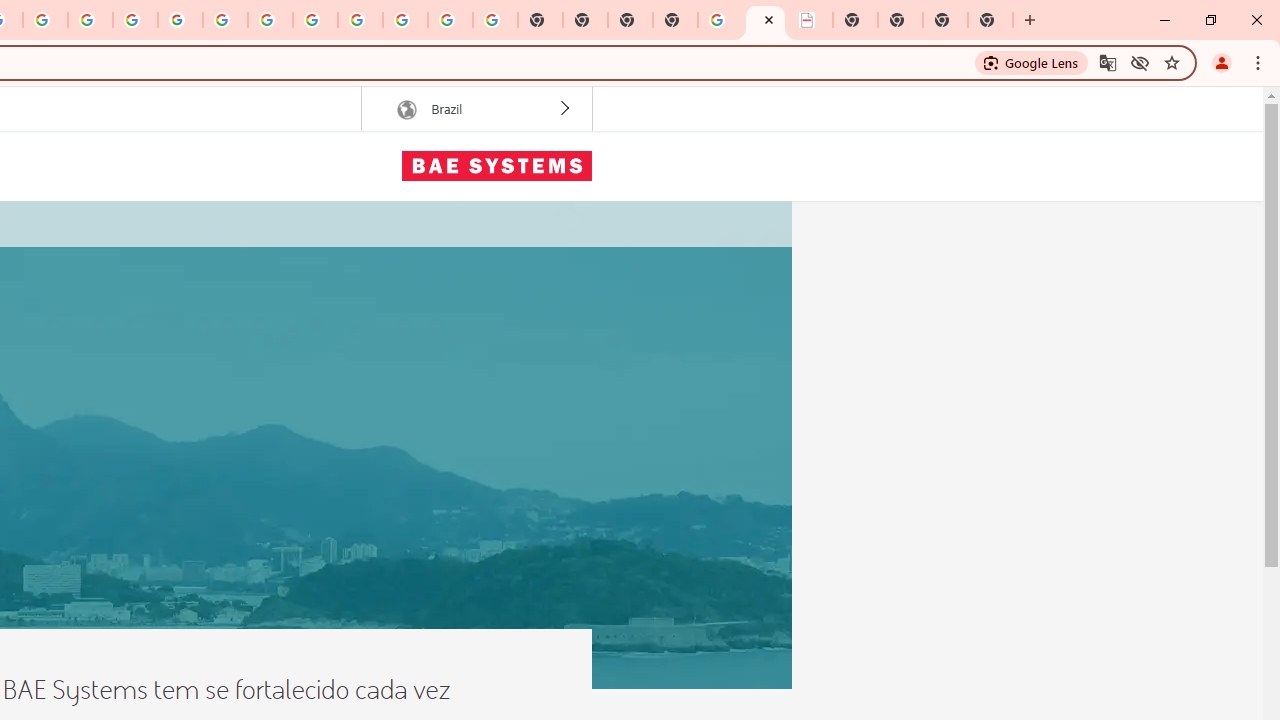  I want to click on 'BAE Systems Brasil | BAE Systems', so click(764, 20).